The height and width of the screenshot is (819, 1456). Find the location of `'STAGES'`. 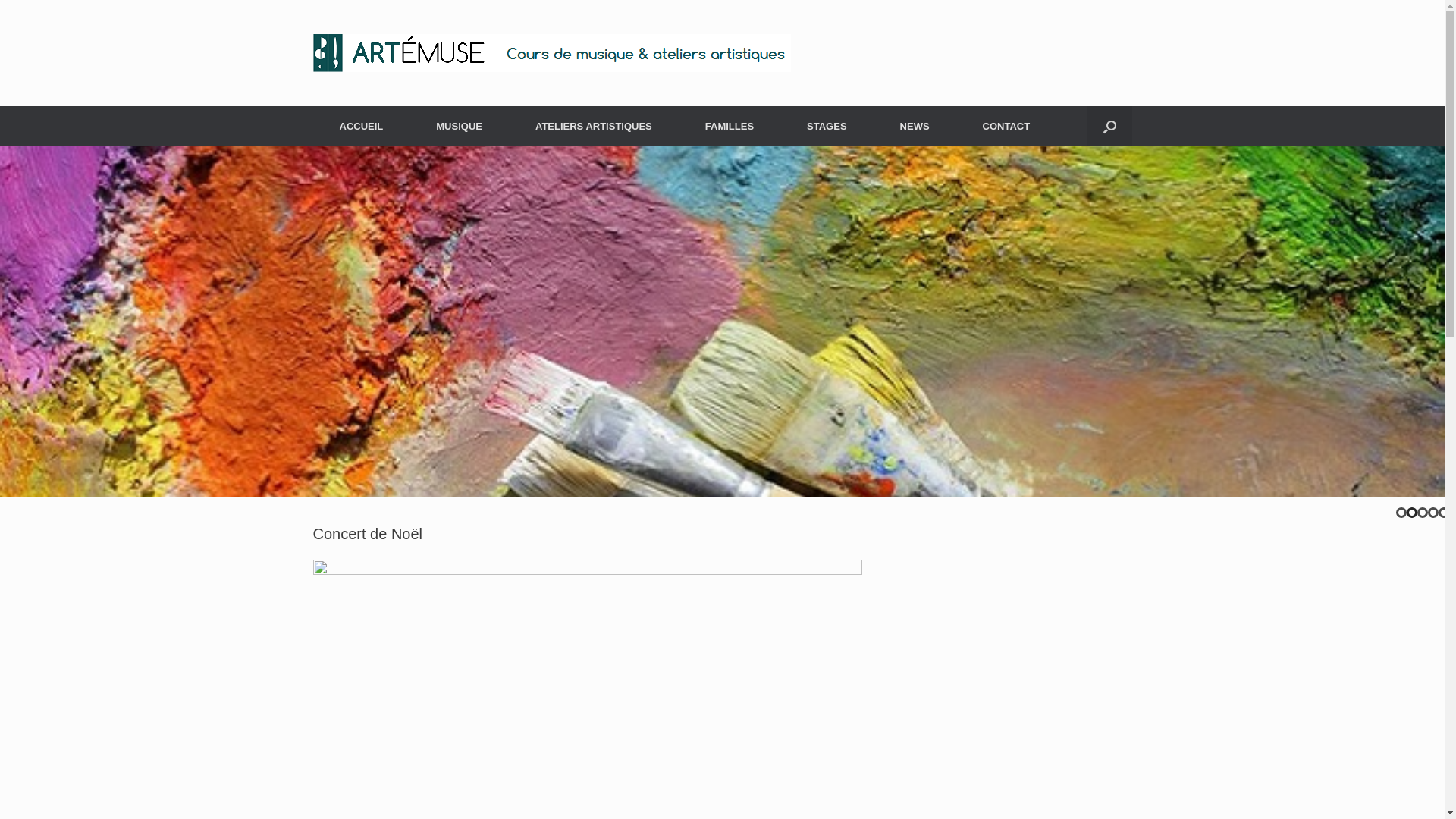

'STAGES' is located at coordinates (826, 125).